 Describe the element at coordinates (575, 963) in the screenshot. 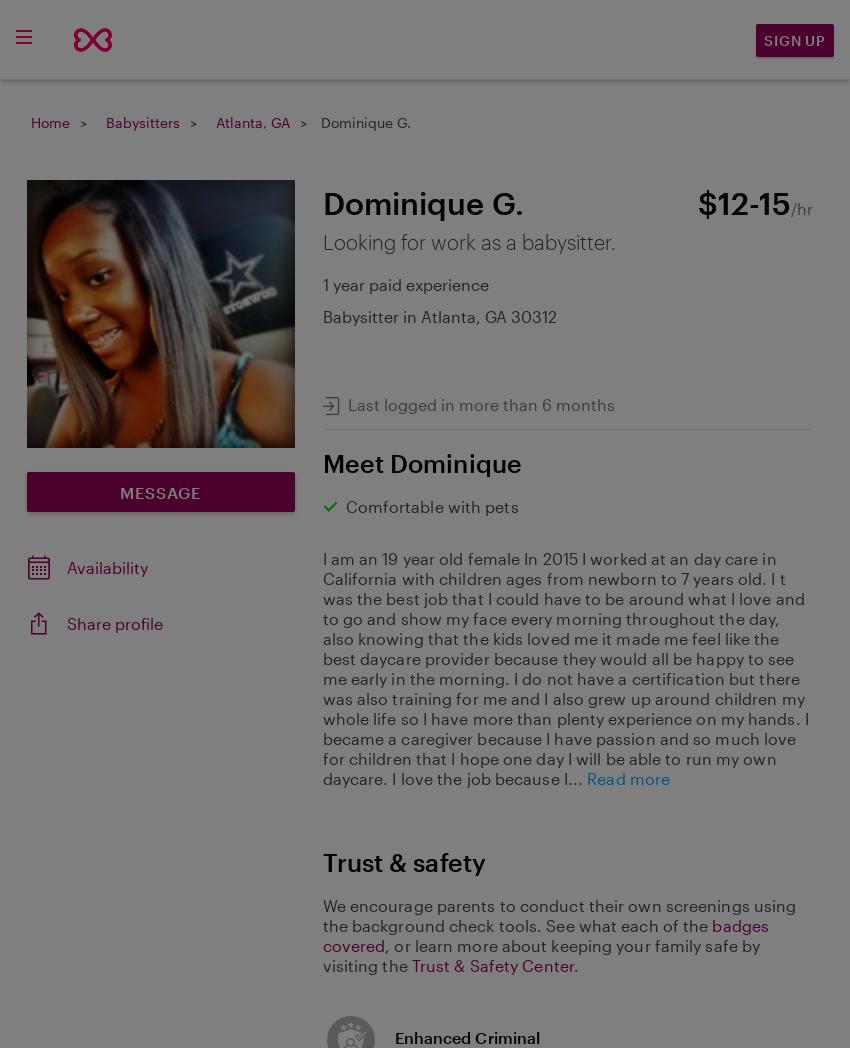

I see `'.'` at that location.